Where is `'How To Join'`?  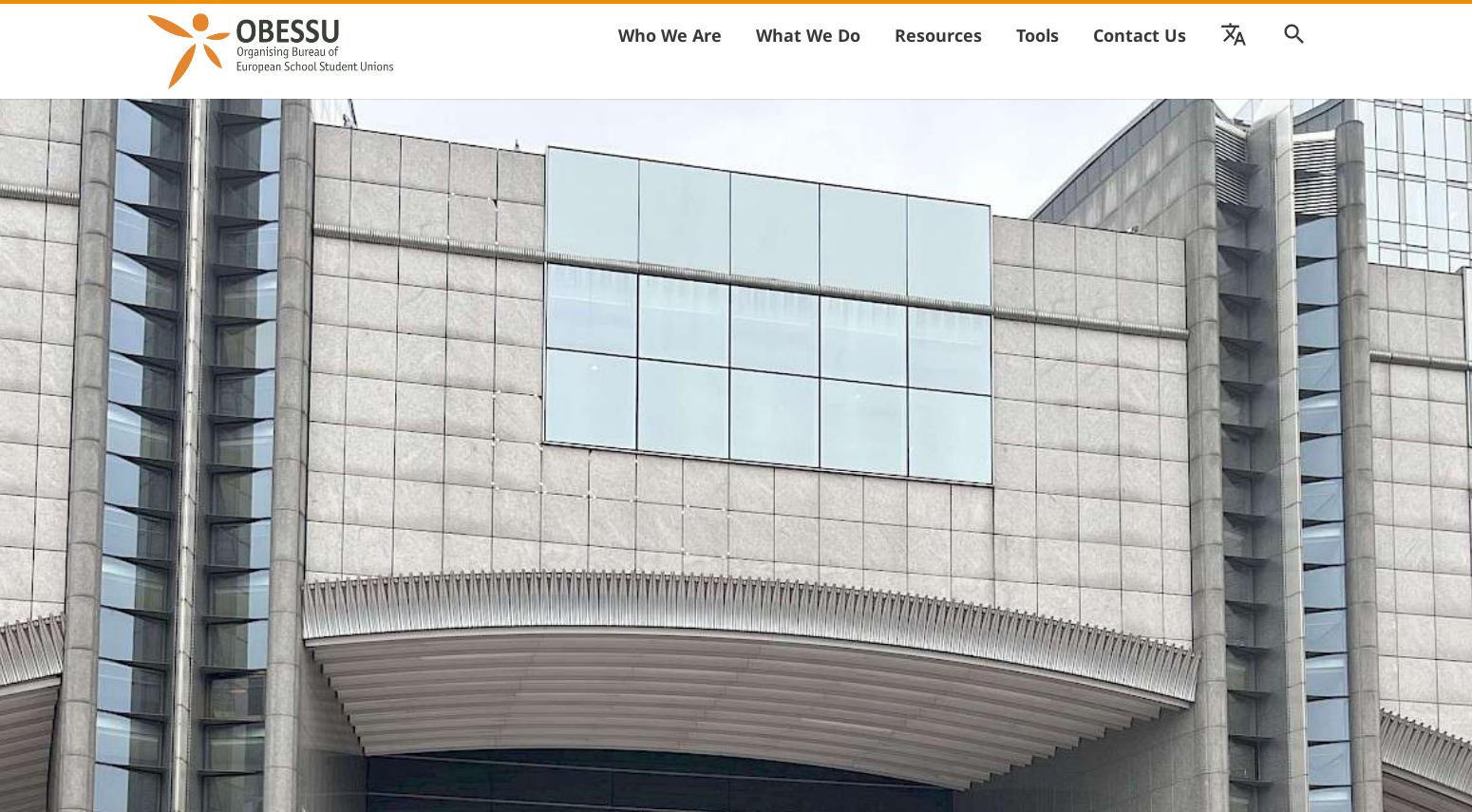 'How To Join' is located at coordinates (820, 77).